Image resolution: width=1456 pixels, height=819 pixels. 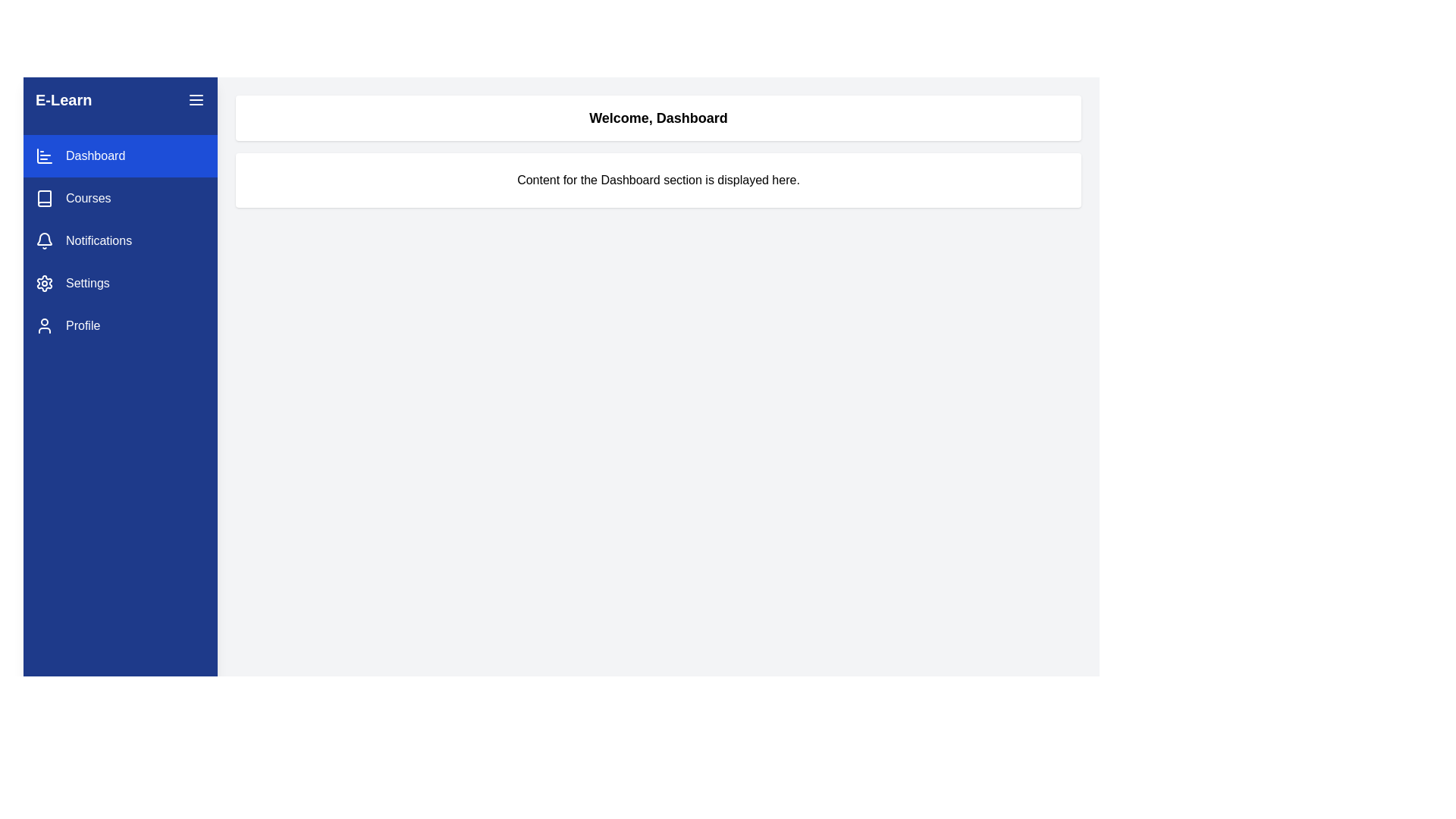 What do you see at coordinates (44, 284) in the screenshot?
I see `the gear icon located in the sidebar navigation menu for accessibility navigation, positioned between 'Notifications' and 'Profile'` at bounding box center [44, 284].